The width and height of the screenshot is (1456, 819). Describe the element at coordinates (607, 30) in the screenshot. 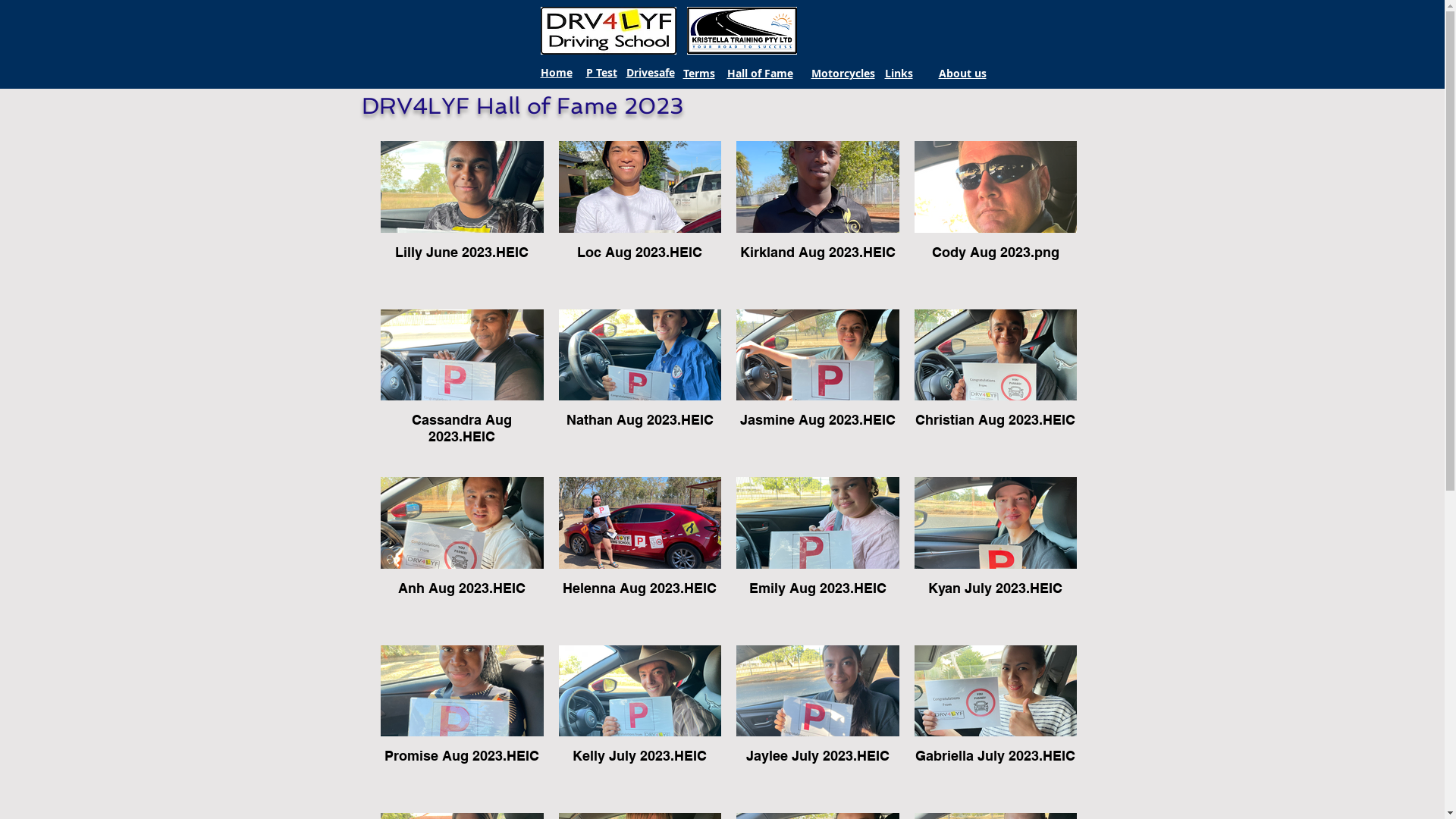

I see `'DRV4LYF.jpg'` at that location.